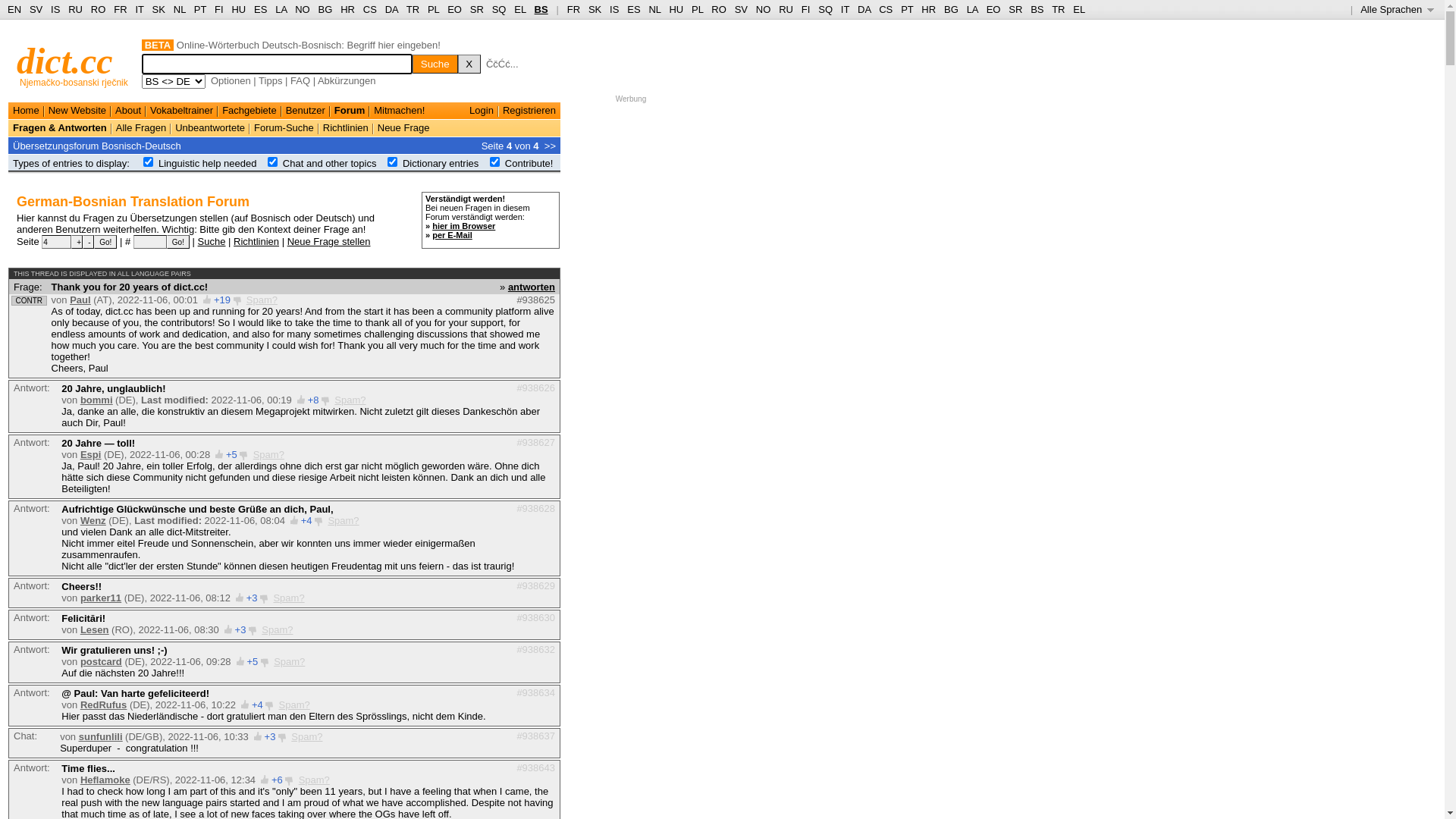 This screenshot has height=819, width=1456. I want to click on 'Home', so click(13, 109).